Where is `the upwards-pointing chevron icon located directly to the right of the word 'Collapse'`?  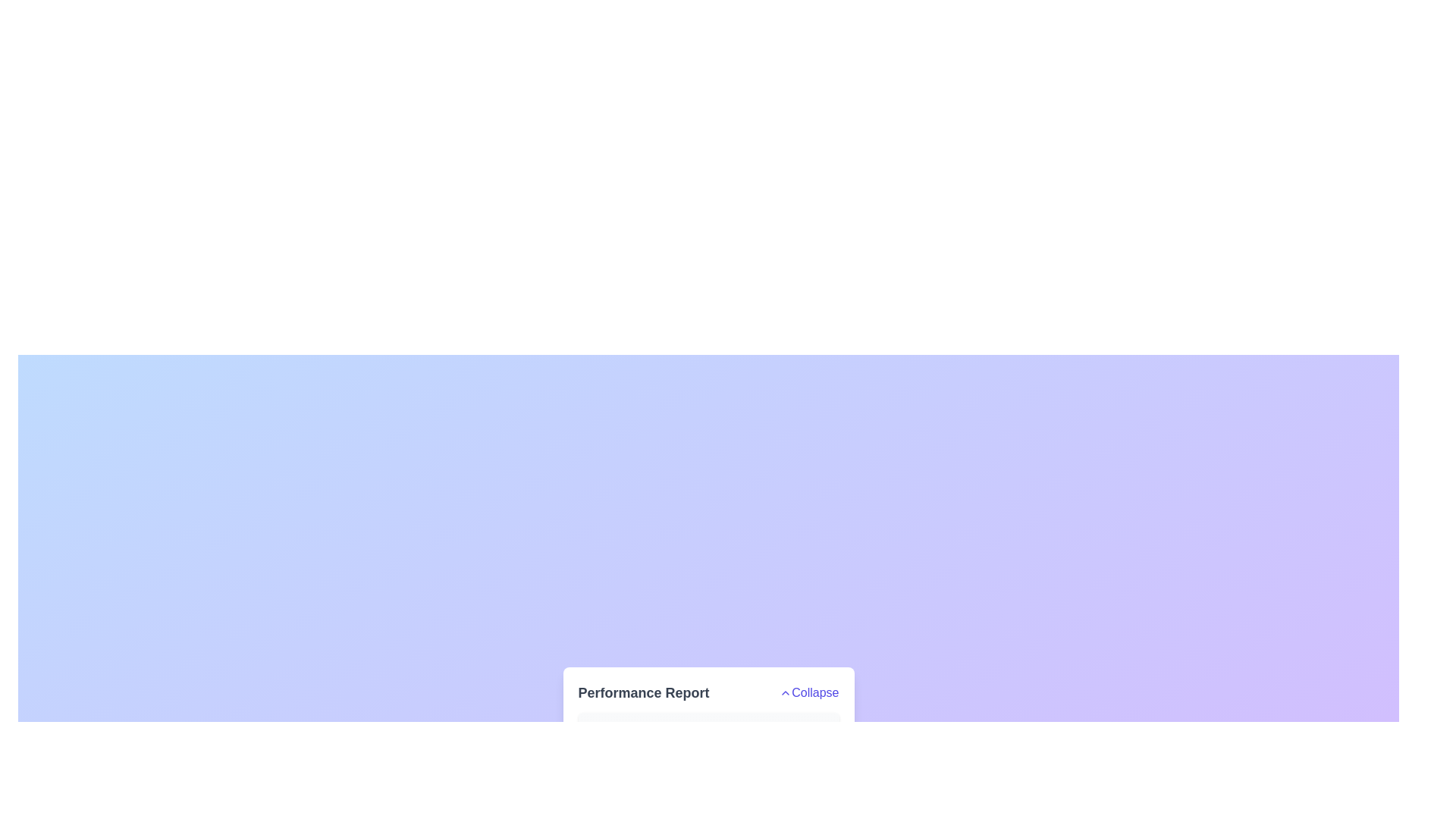
the upwards-pointing chevron icon located directly to the right of the word 'Collapse' is located at coordinates (786, 693).